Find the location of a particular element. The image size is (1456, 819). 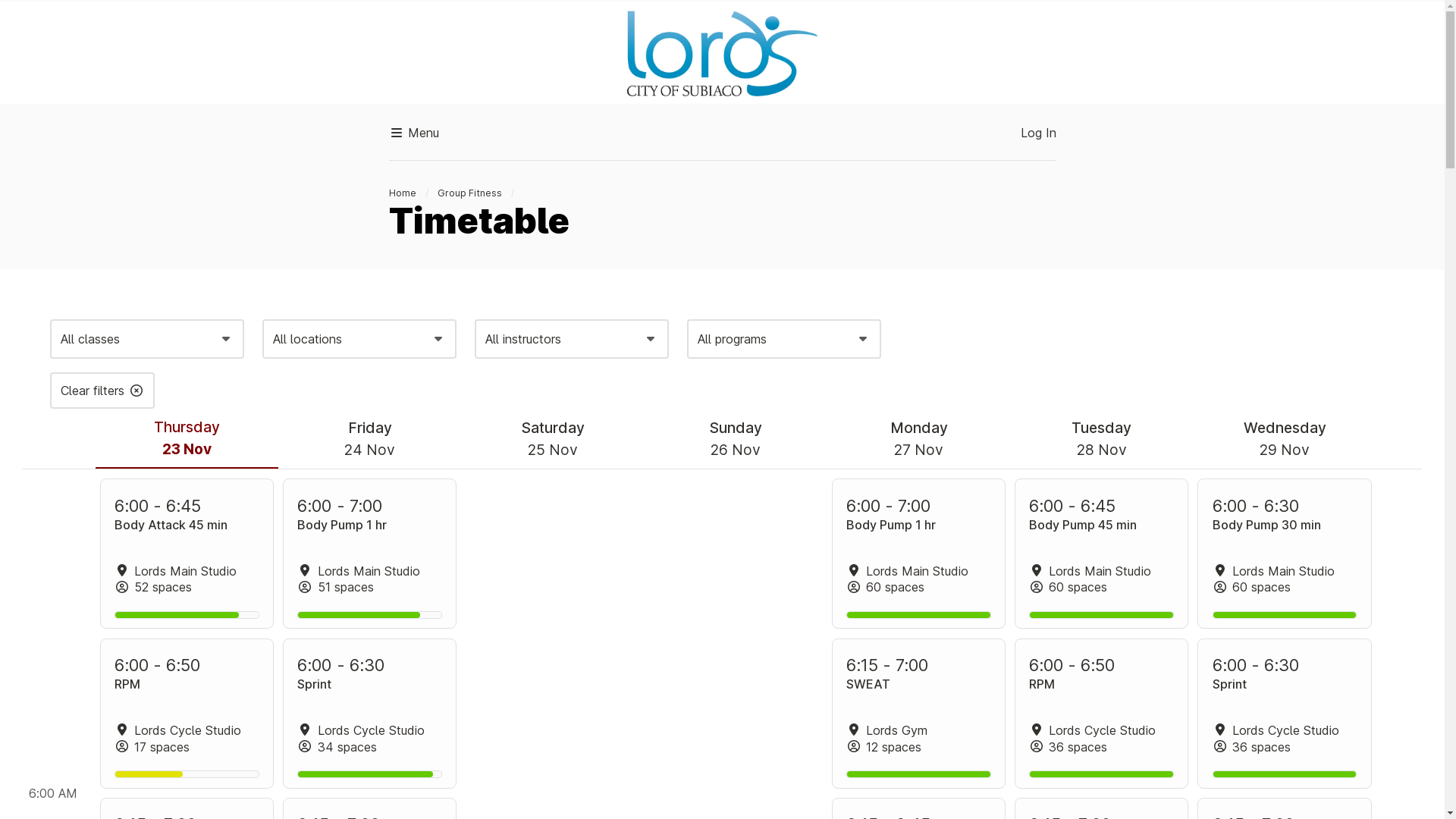

'RPM is located at coordinates (186, 714).